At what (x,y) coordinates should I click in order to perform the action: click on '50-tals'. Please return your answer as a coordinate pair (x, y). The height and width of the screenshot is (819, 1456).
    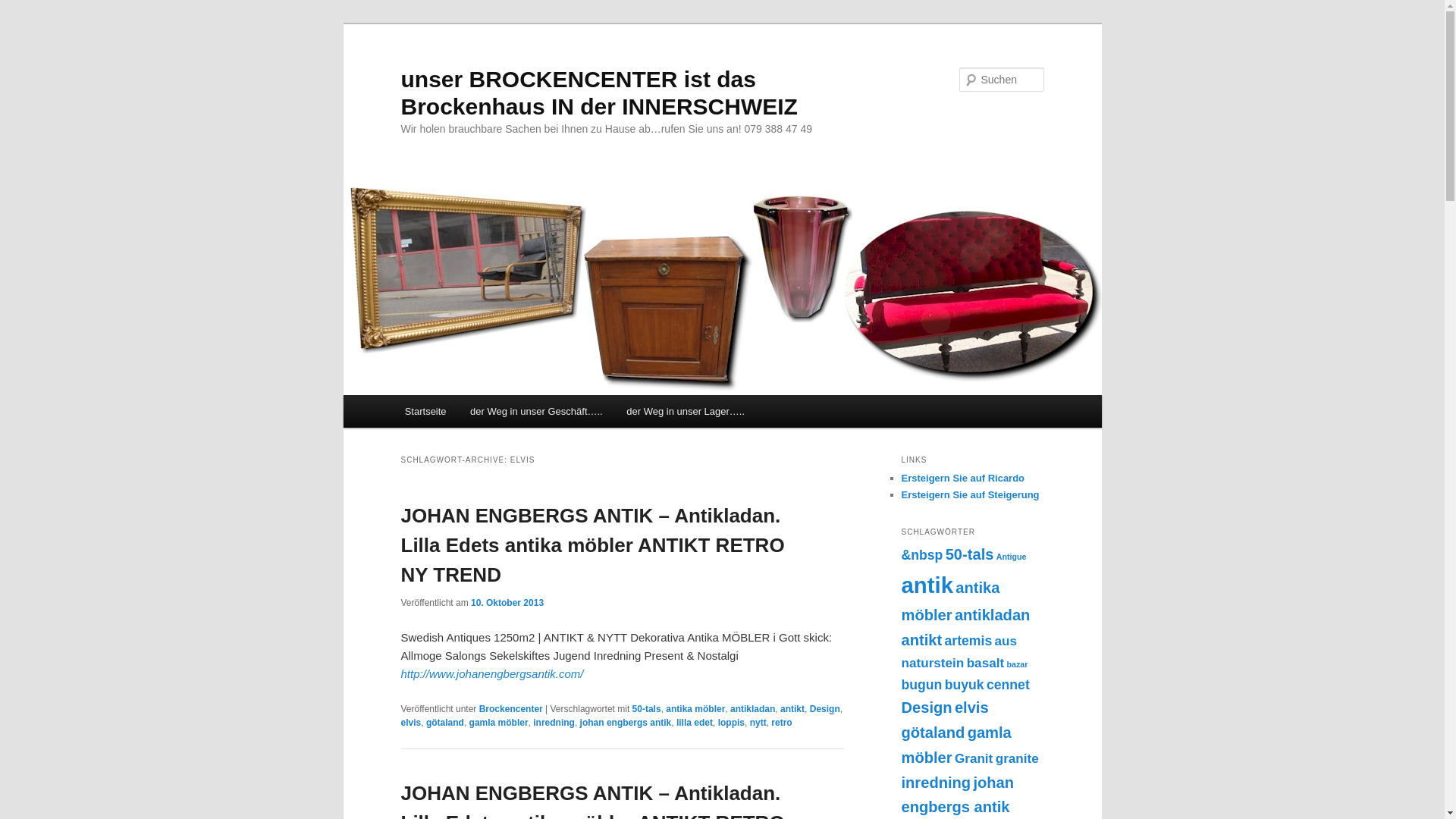
    Looking at the image, I should click on (968, 554).